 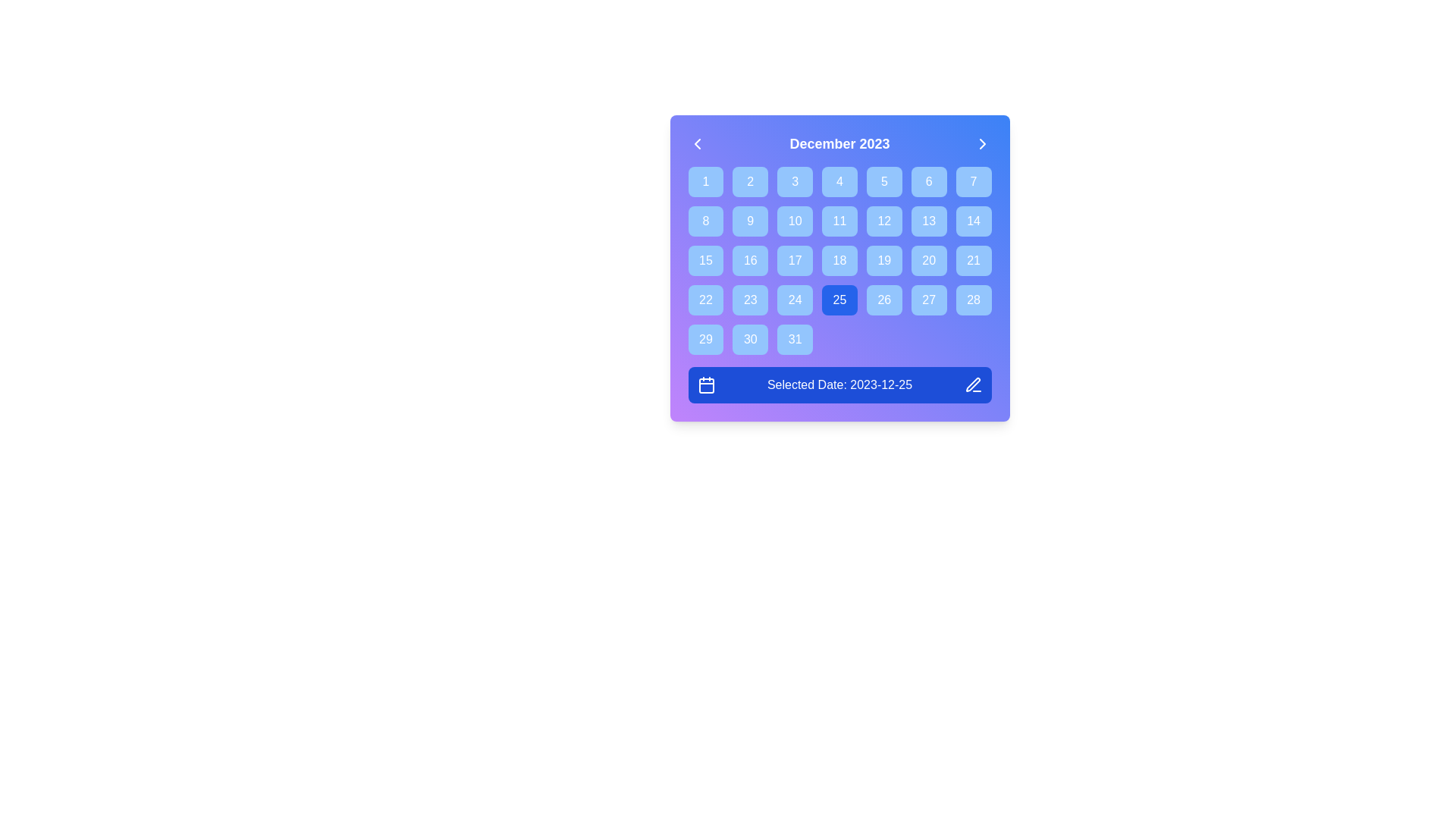 I want to click on the button labeled '31' with a blue background to trigger its hover effect, so click(x=794, y=338).